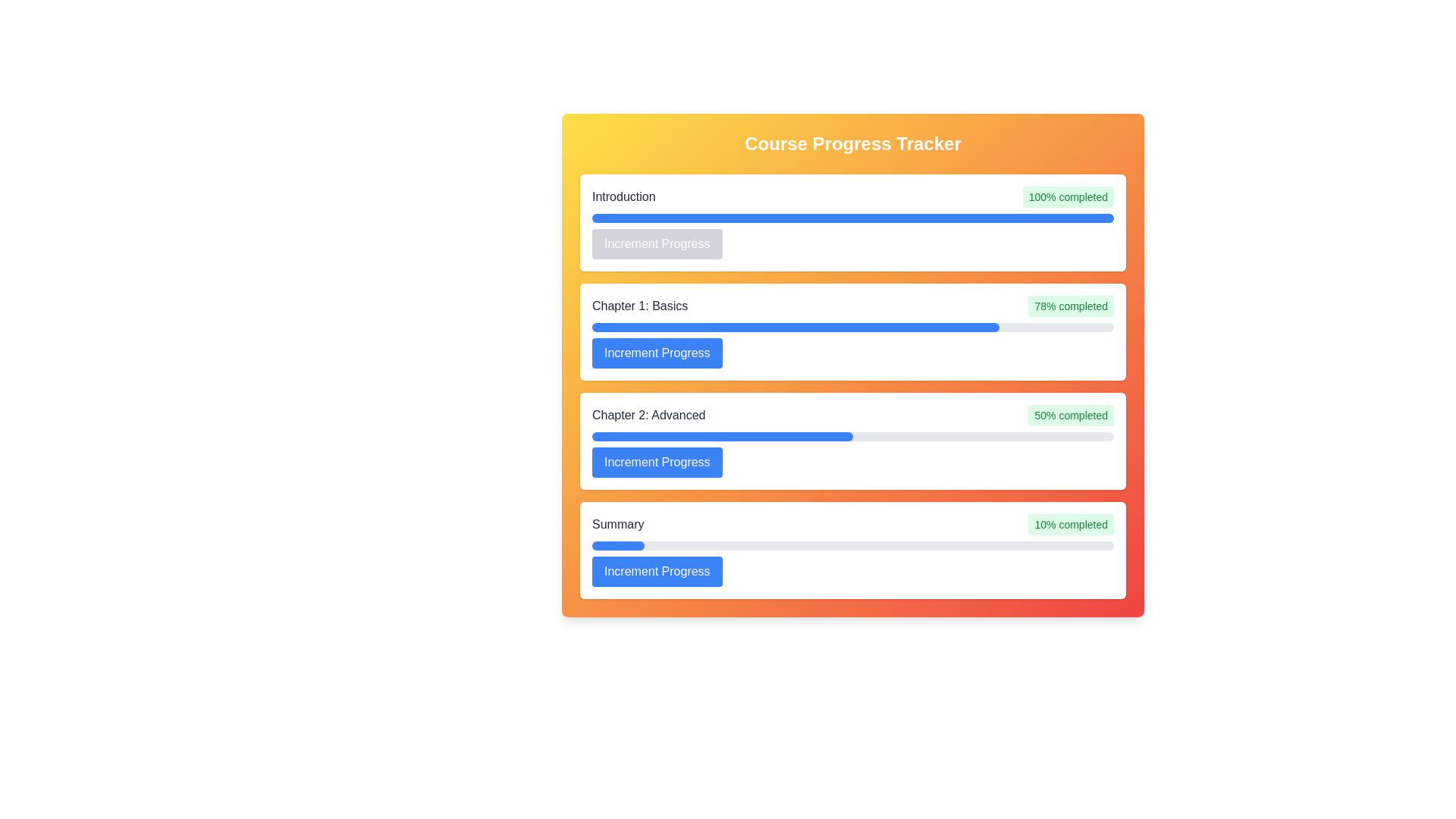 This screenshot has width=1456, height=819. What do you see at coordinates (657, 353) in the screenshot?
I see `the 'Increment Progress' button located below the horizontal progress bar in the 'Chapter 1: Basics' section to increment progress` at bounding box center [657, 353].